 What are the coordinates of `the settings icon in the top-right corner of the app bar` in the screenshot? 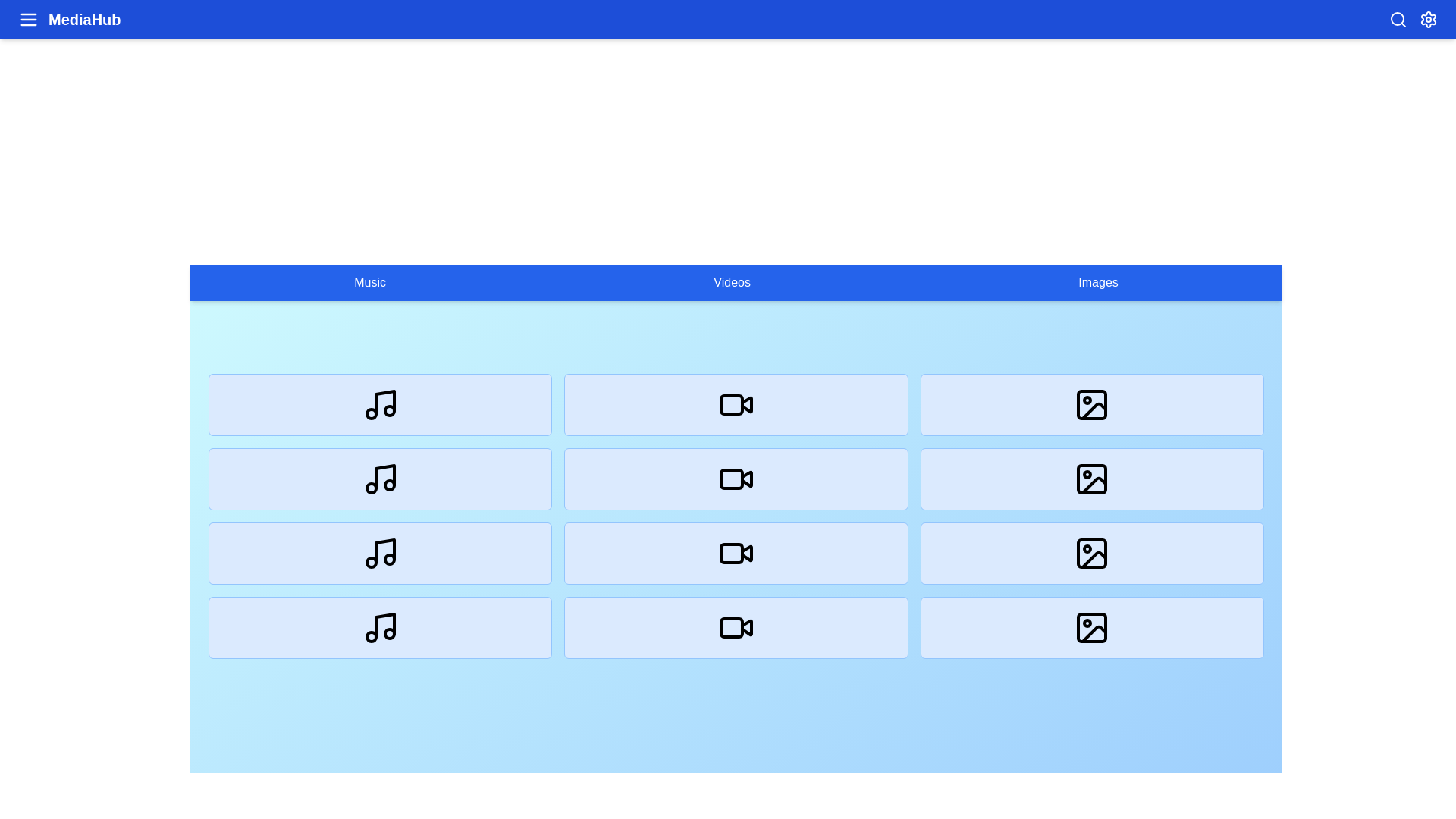 It's located at (1427, 20).